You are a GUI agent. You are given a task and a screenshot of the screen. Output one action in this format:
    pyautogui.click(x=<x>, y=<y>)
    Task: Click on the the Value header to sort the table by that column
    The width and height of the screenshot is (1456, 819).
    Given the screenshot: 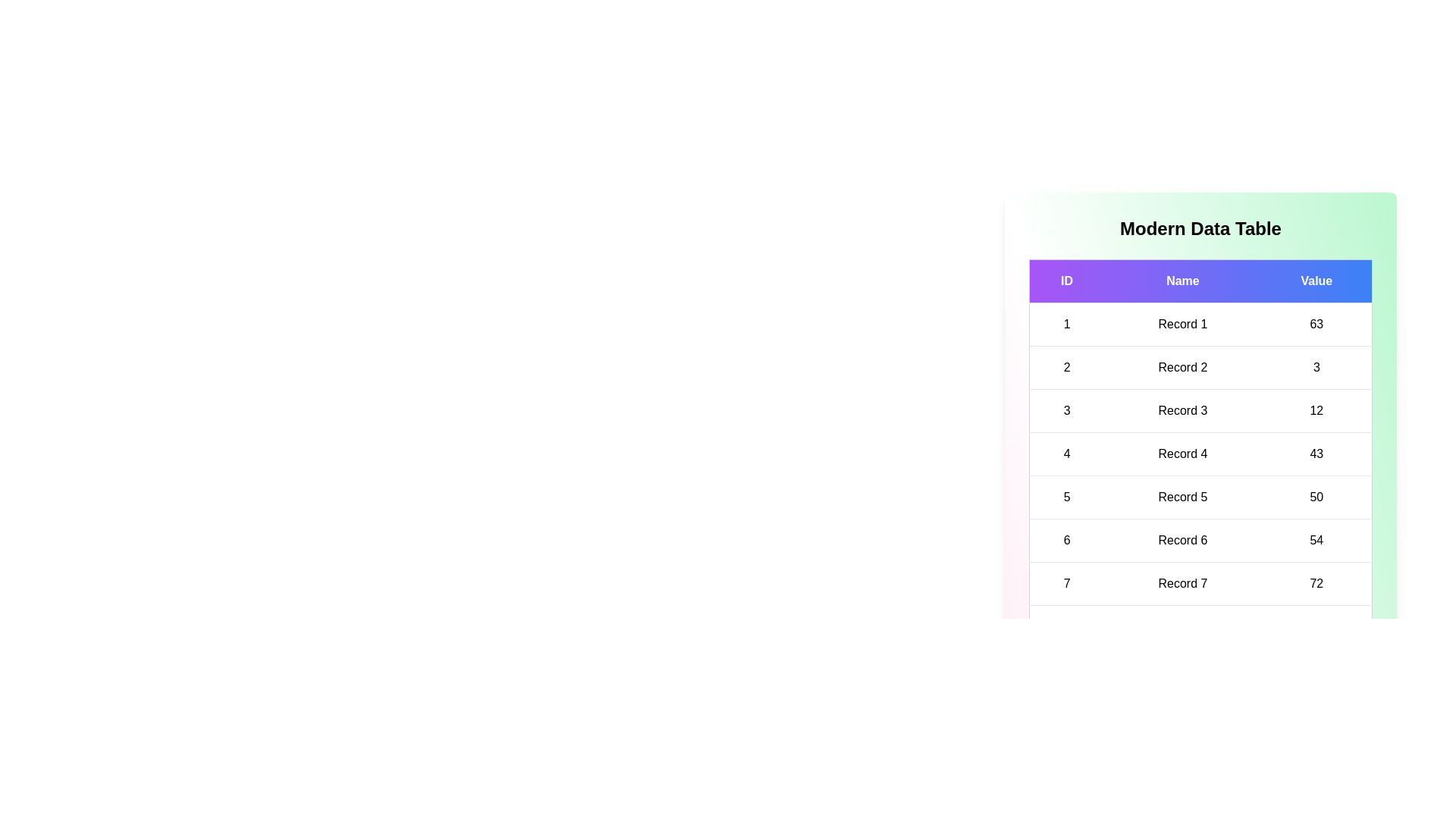 What is the action you would take?
    pyautogui.click(x=1316, y=281)
    